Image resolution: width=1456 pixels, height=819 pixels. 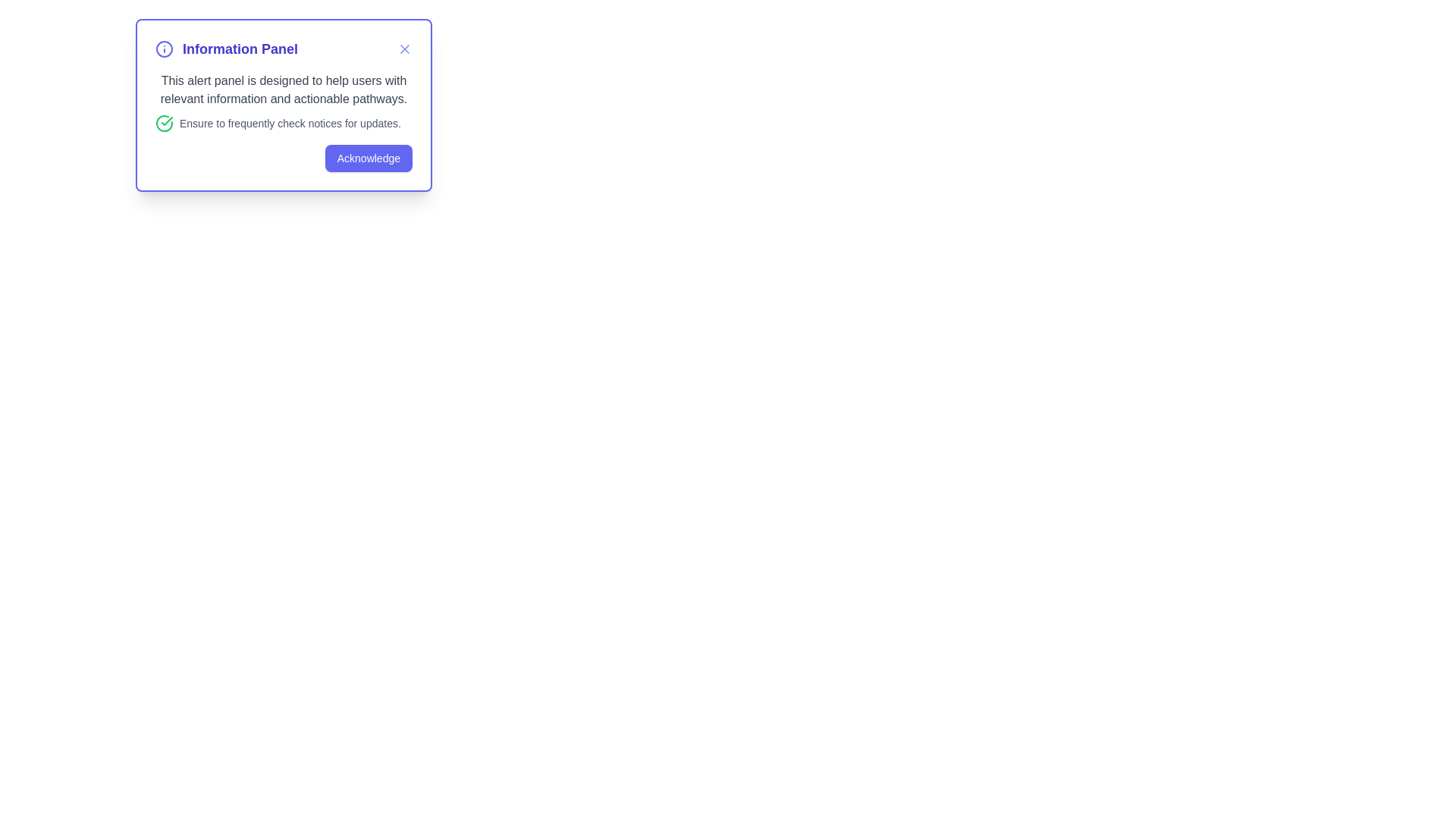 I want to click on the Informational text block element located in the alert panel below the title 'Information Panel', so click(x=284, y=102).